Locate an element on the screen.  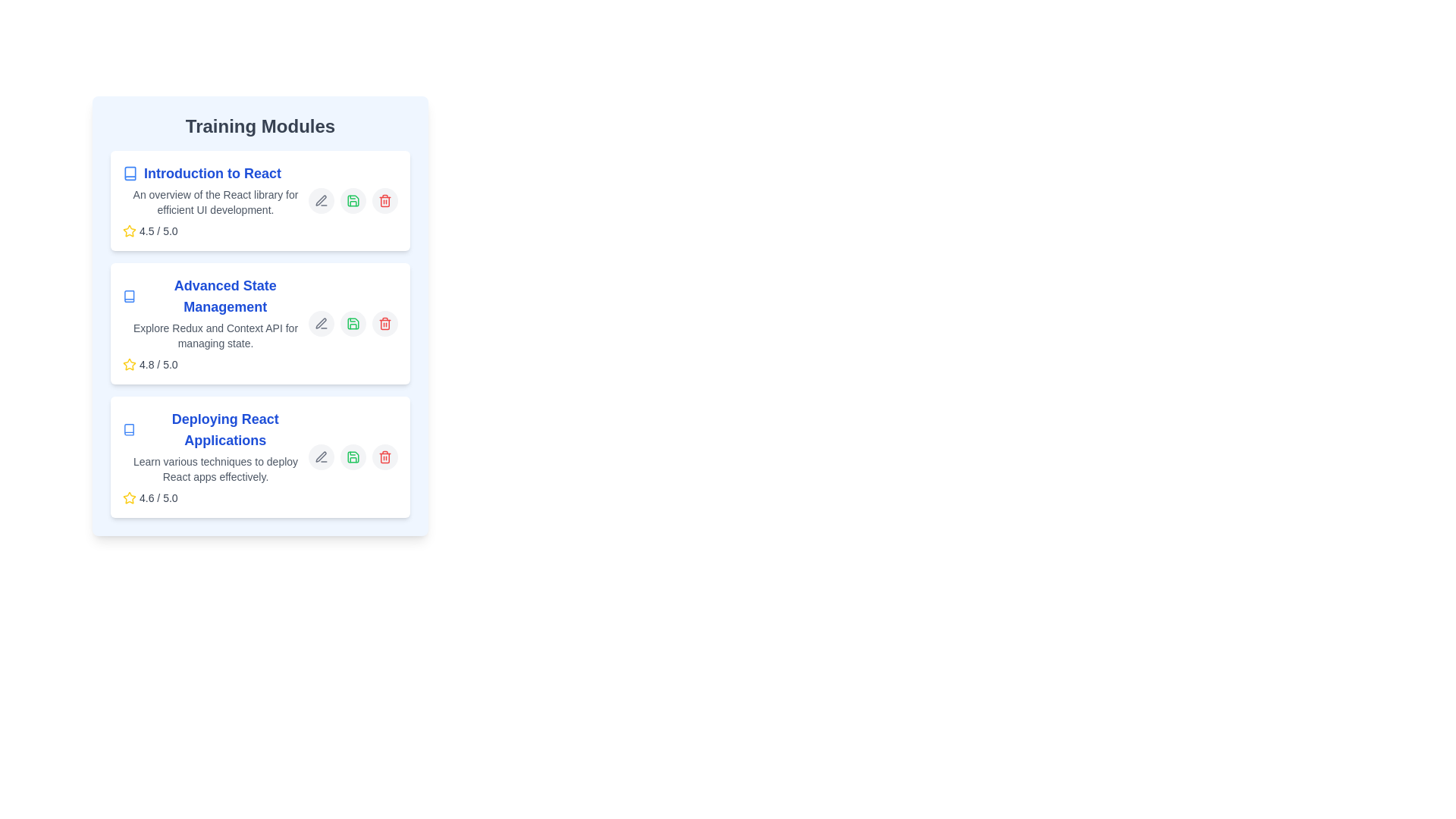
the delete button for the 'Introduction to React' module, which is the third circular icon in the sequence of icons aligned horizontally is located at coordinates (385, 200).